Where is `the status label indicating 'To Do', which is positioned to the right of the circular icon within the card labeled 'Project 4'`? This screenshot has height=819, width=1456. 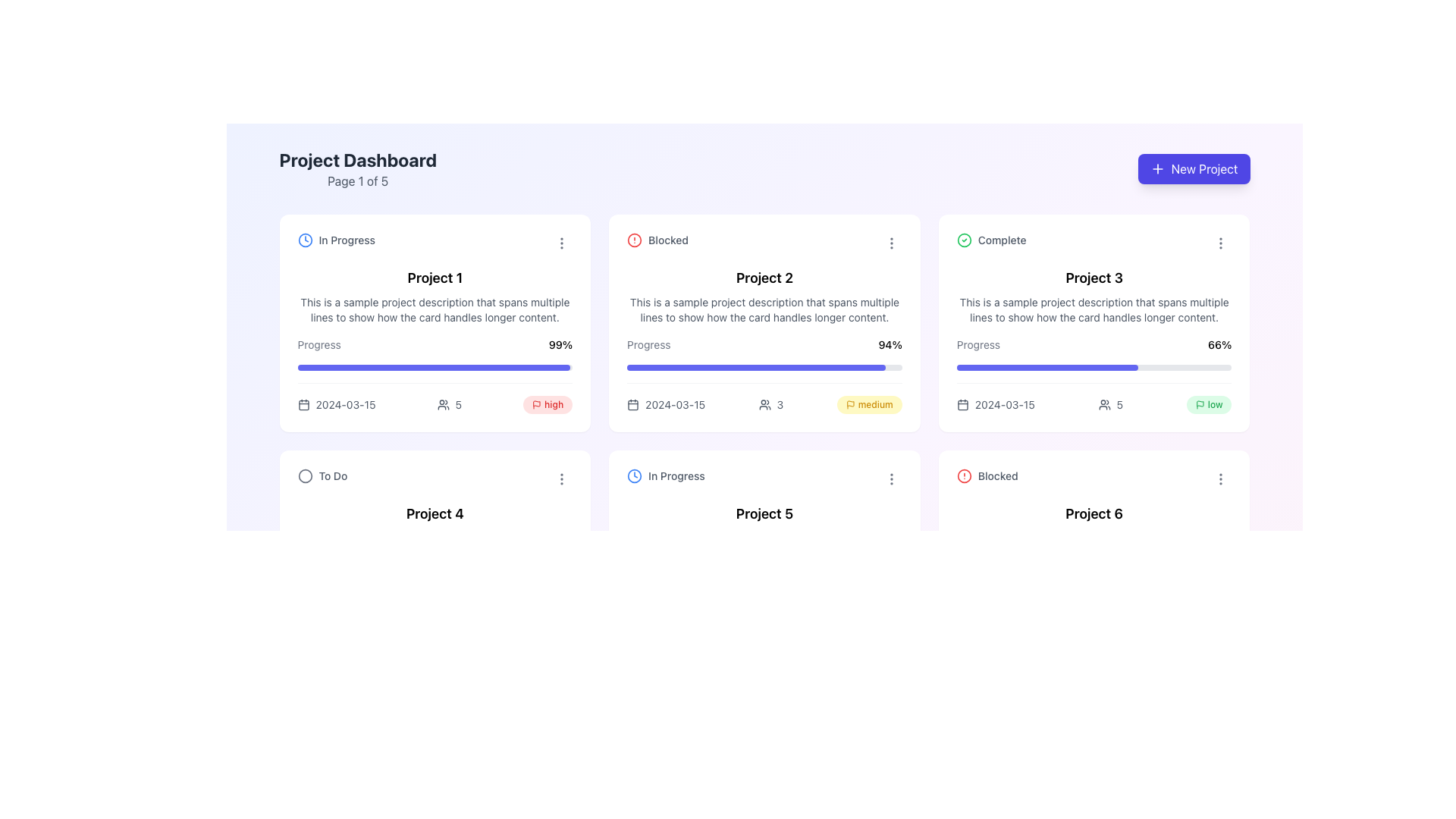
the status label indicating 'To Do', which is positioned to the right of the circular icon within the card labeled 'Project 4' is located at coordinates (332, 475).